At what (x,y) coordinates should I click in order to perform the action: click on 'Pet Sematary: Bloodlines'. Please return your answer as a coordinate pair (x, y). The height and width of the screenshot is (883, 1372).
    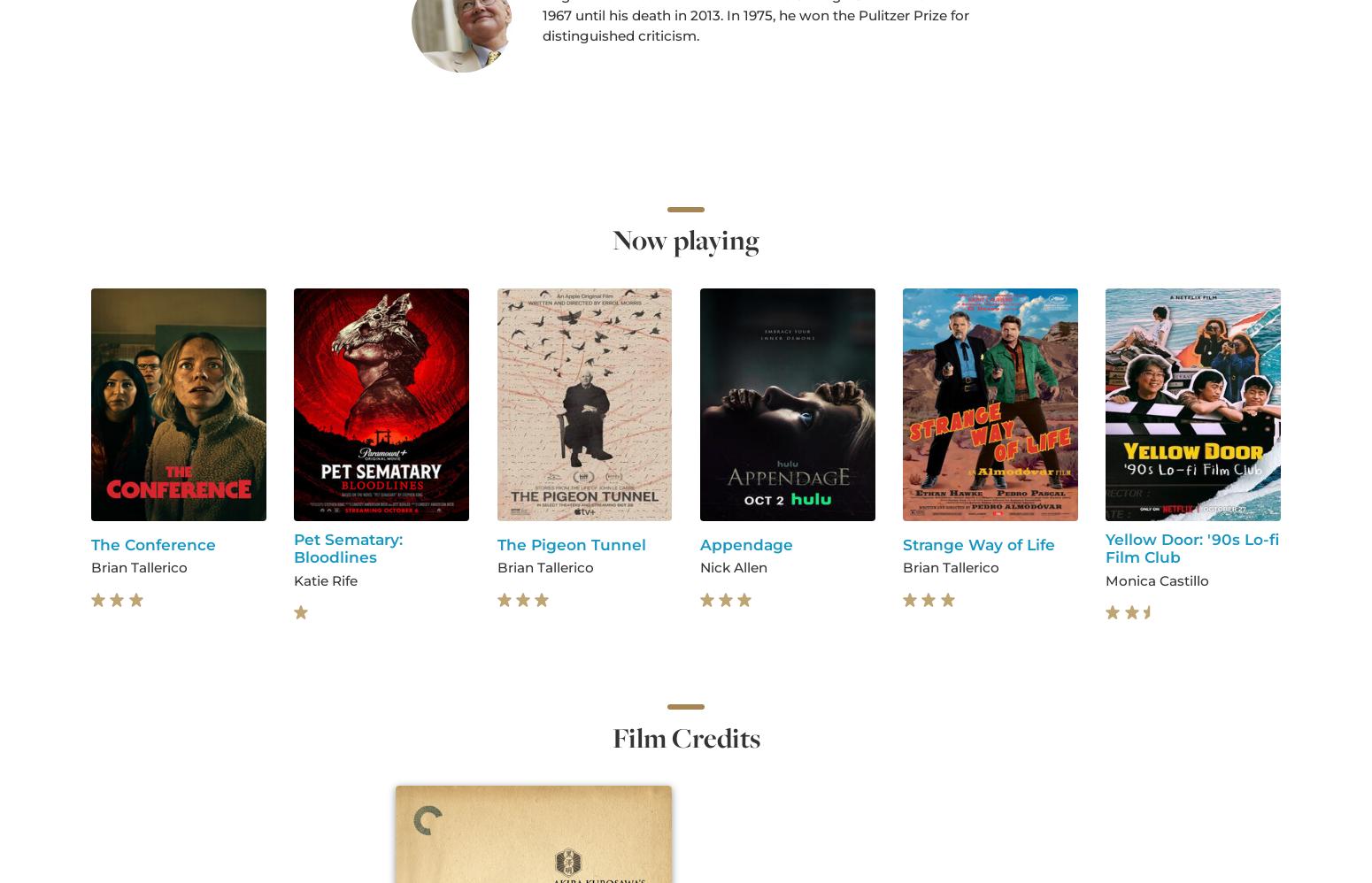
    Looking at the image, I should click on (348, 547).